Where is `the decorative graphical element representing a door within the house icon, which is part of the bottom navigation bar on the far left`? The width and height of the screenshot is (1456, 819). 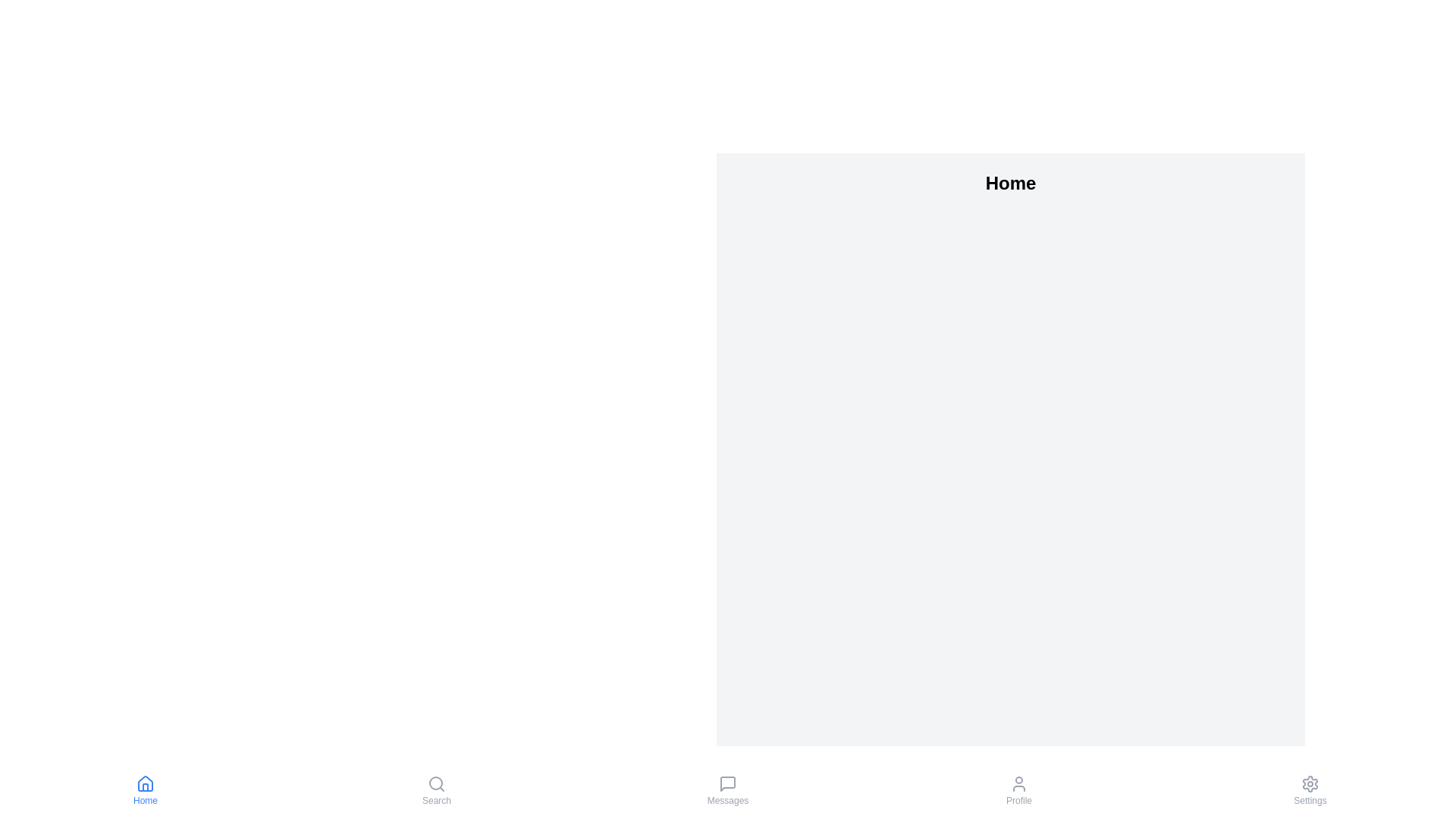 the decorative graphical element representing a door within the house icon, which is part of the bottom navigation bar on the far left is located at coordinates (146, 786).